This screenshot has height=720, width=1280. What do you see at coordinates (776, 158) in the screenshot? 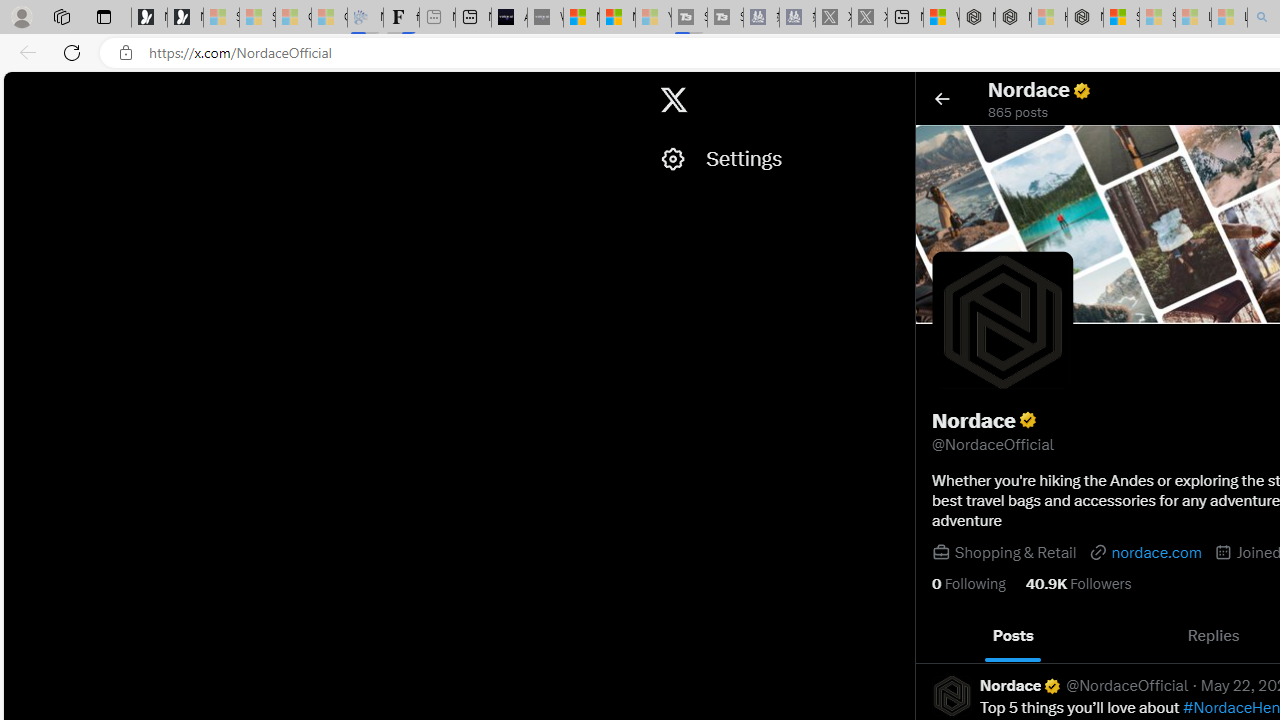
I see `'Settings'` at bounding box center [776, 158].